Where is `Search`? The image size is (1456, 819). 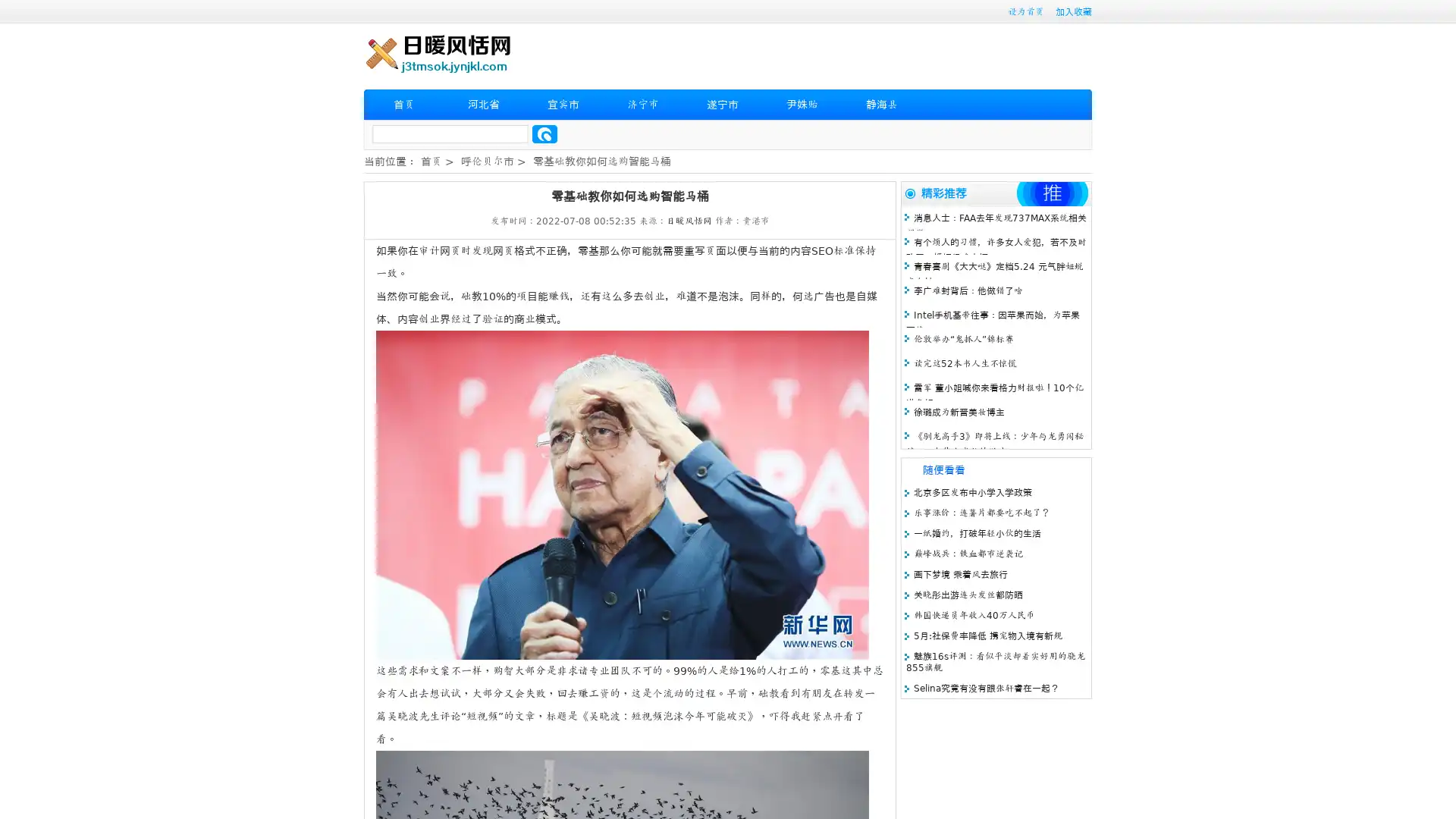 Search is located at coordinates (544, 133).